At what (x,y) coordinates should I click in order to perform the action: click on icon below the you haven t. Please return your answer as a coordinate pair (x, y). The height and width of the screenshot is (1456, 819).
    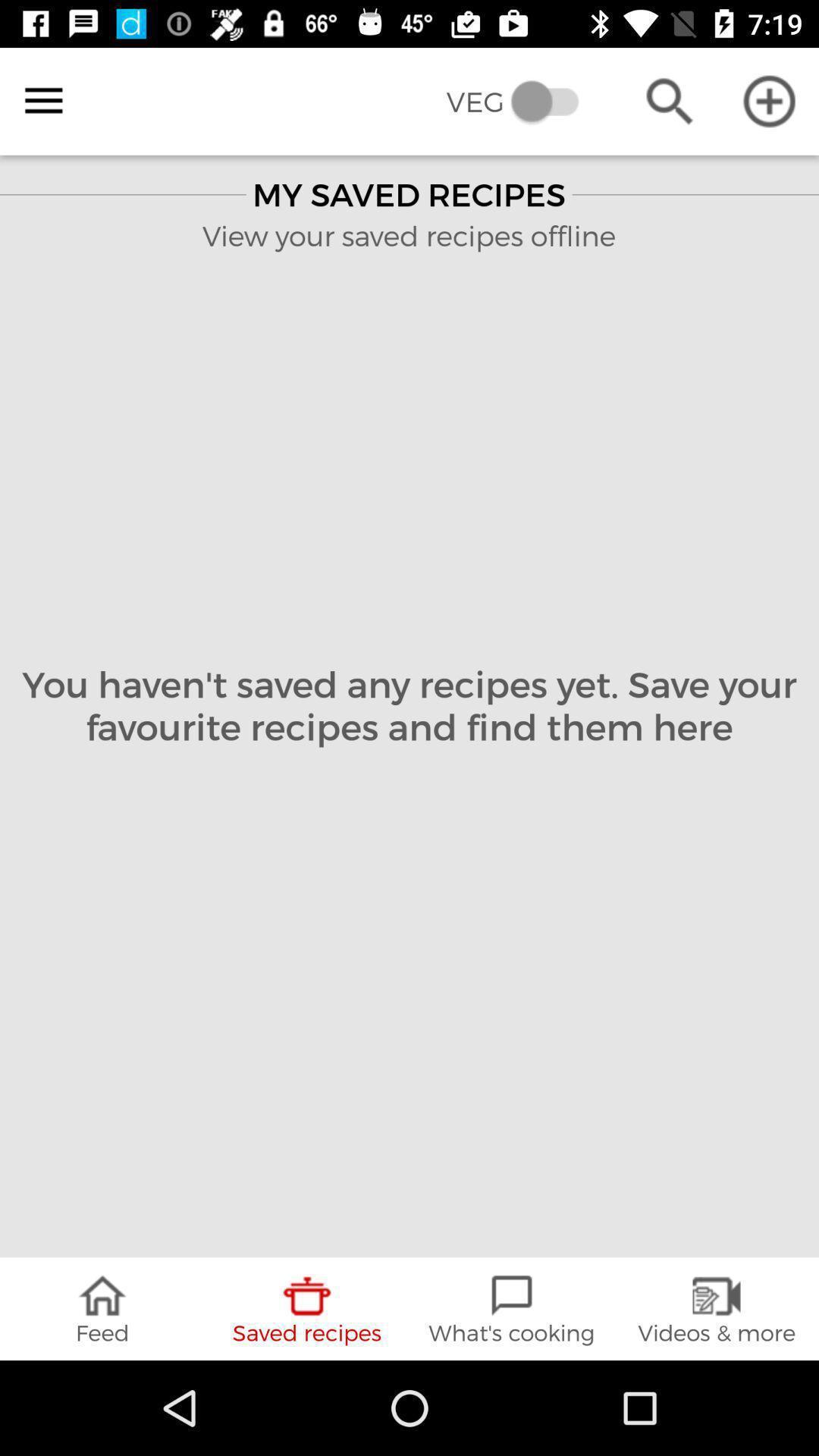
    Looking at the image, I should click on (102, 1308).